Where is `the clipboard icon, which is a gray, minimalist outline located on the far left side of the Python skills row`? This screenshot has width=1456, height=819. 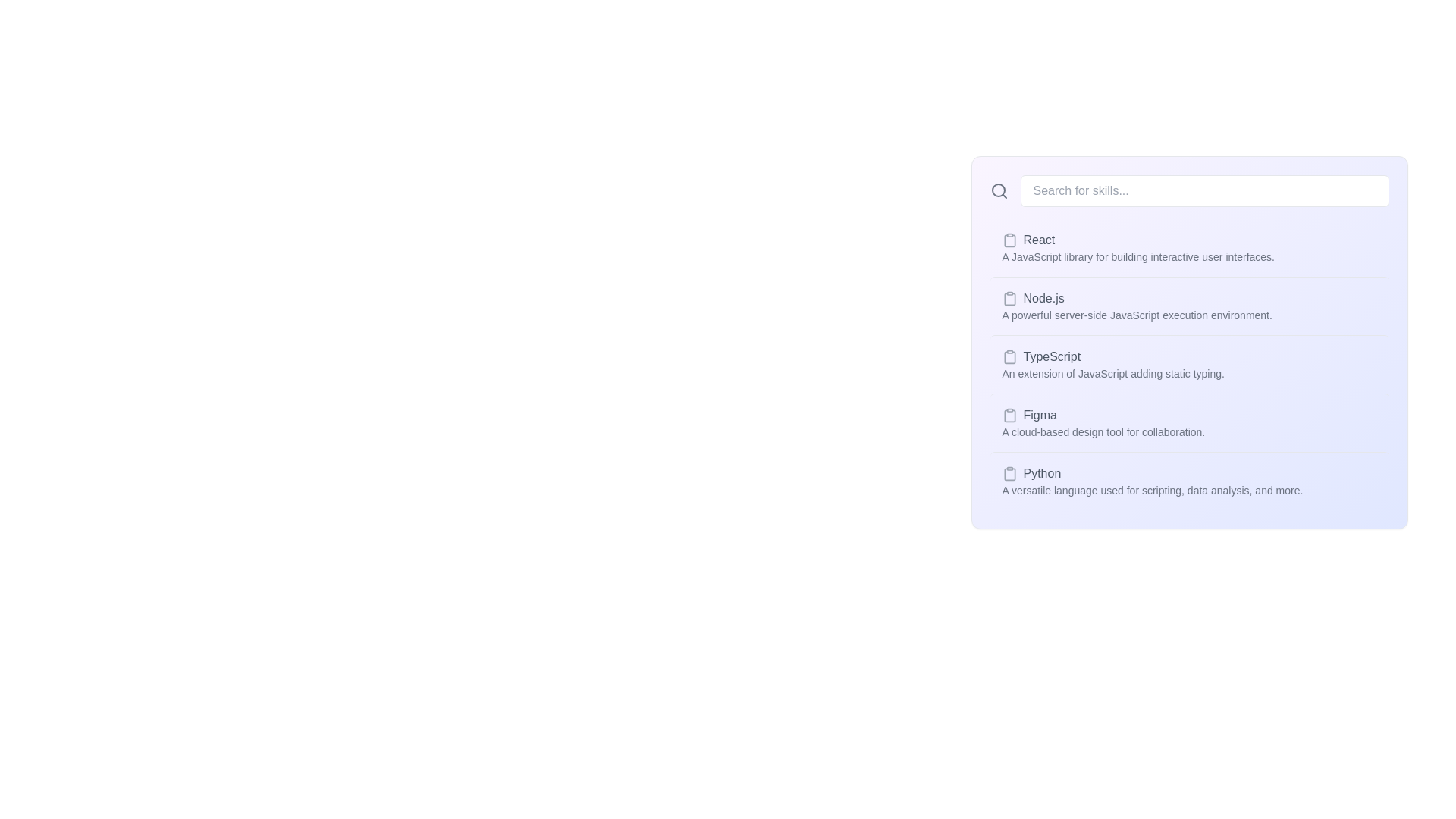
the clipboard icon, which is a gray, minimalist outline located on the far left side of the Python skills row is located at coordinates (1009, 472).